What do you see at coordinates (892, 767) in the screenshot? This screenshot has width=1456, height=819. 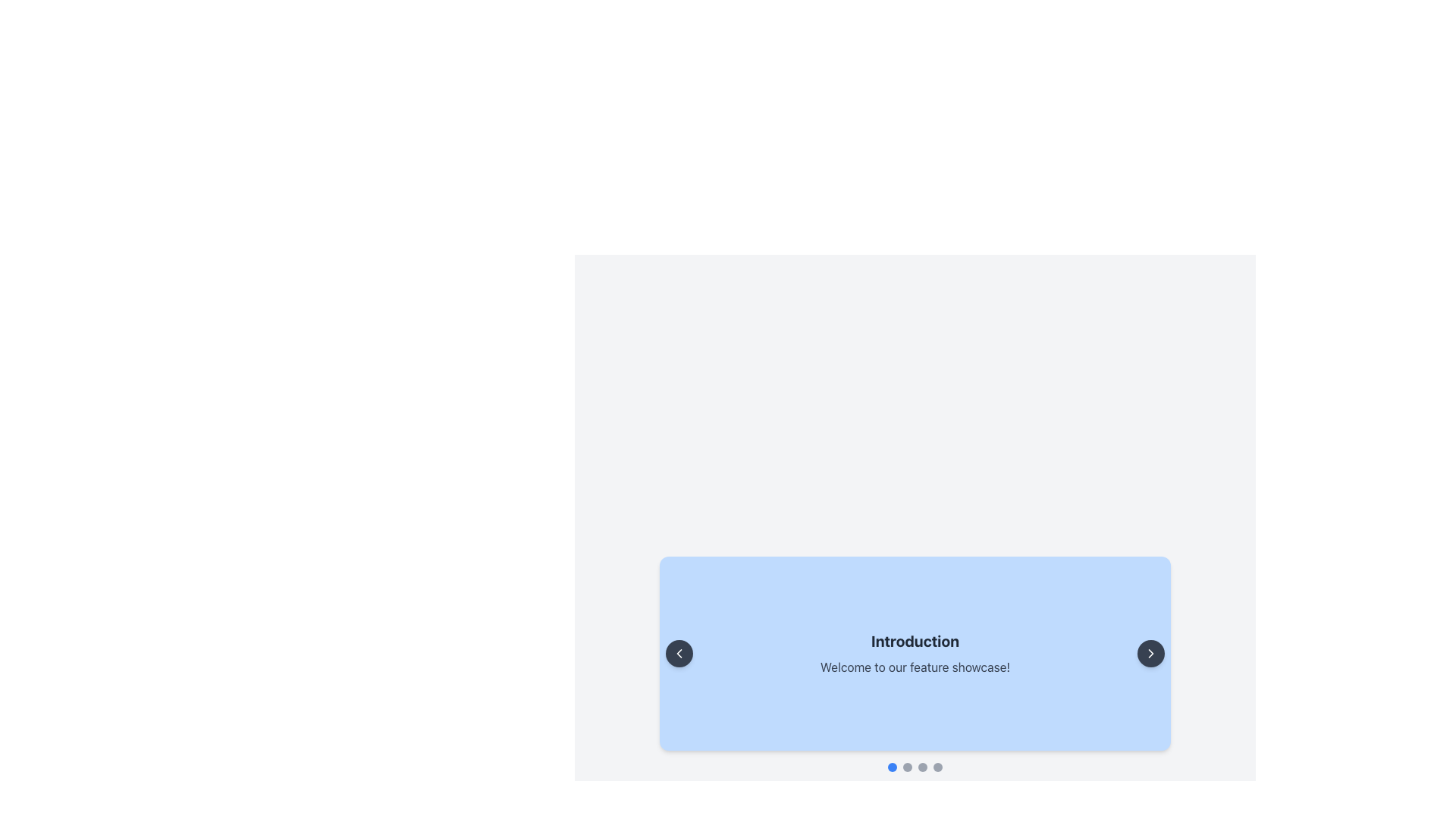 I see `the first pagination indicator at the bottom of the interface` at bounding box center [892, 767].